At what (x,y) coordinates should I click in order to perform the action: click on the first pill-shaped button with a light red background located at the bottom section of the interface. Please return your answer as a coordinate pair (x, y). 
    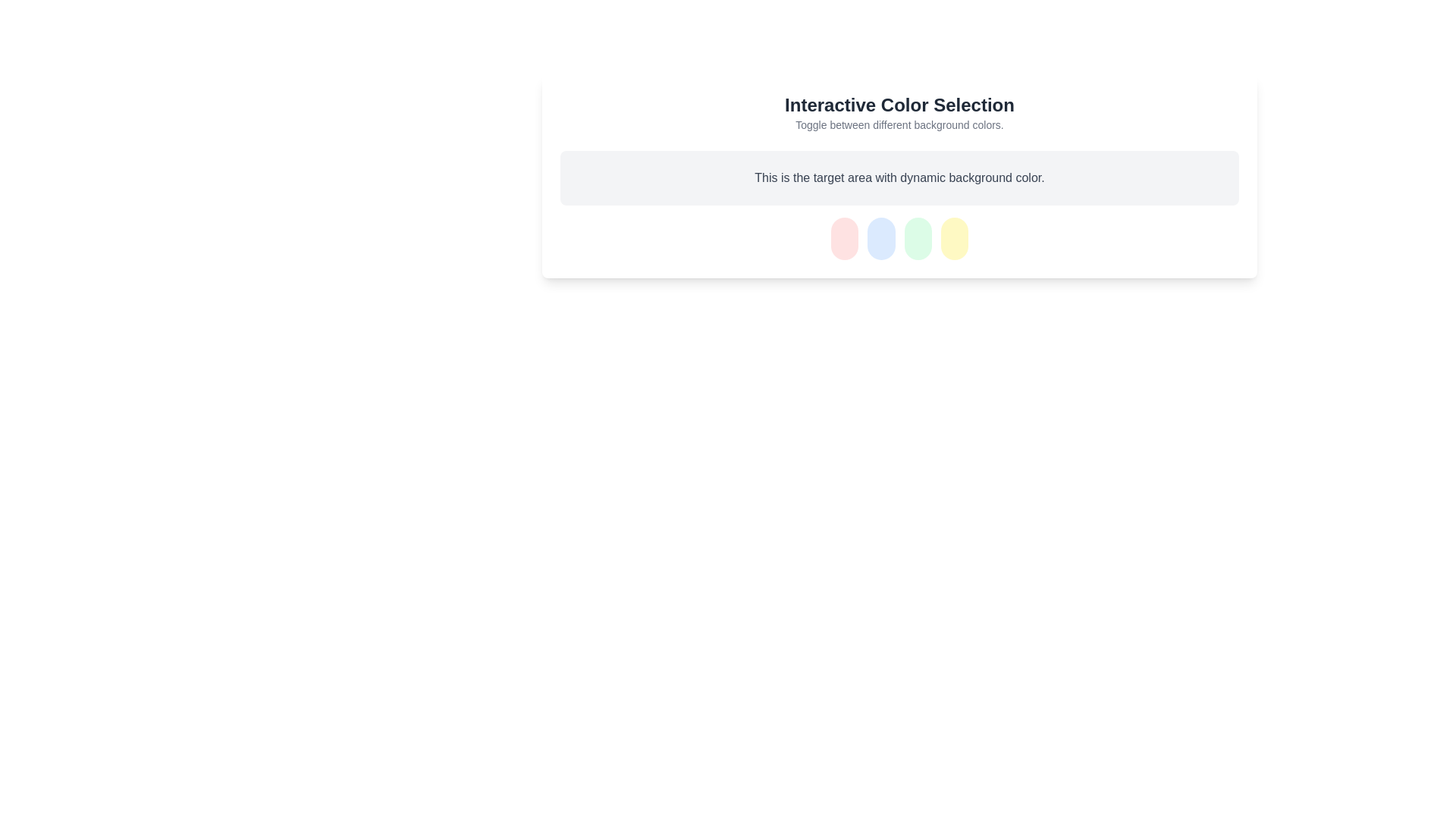
    Looking at the image, I should click on (843, 239).